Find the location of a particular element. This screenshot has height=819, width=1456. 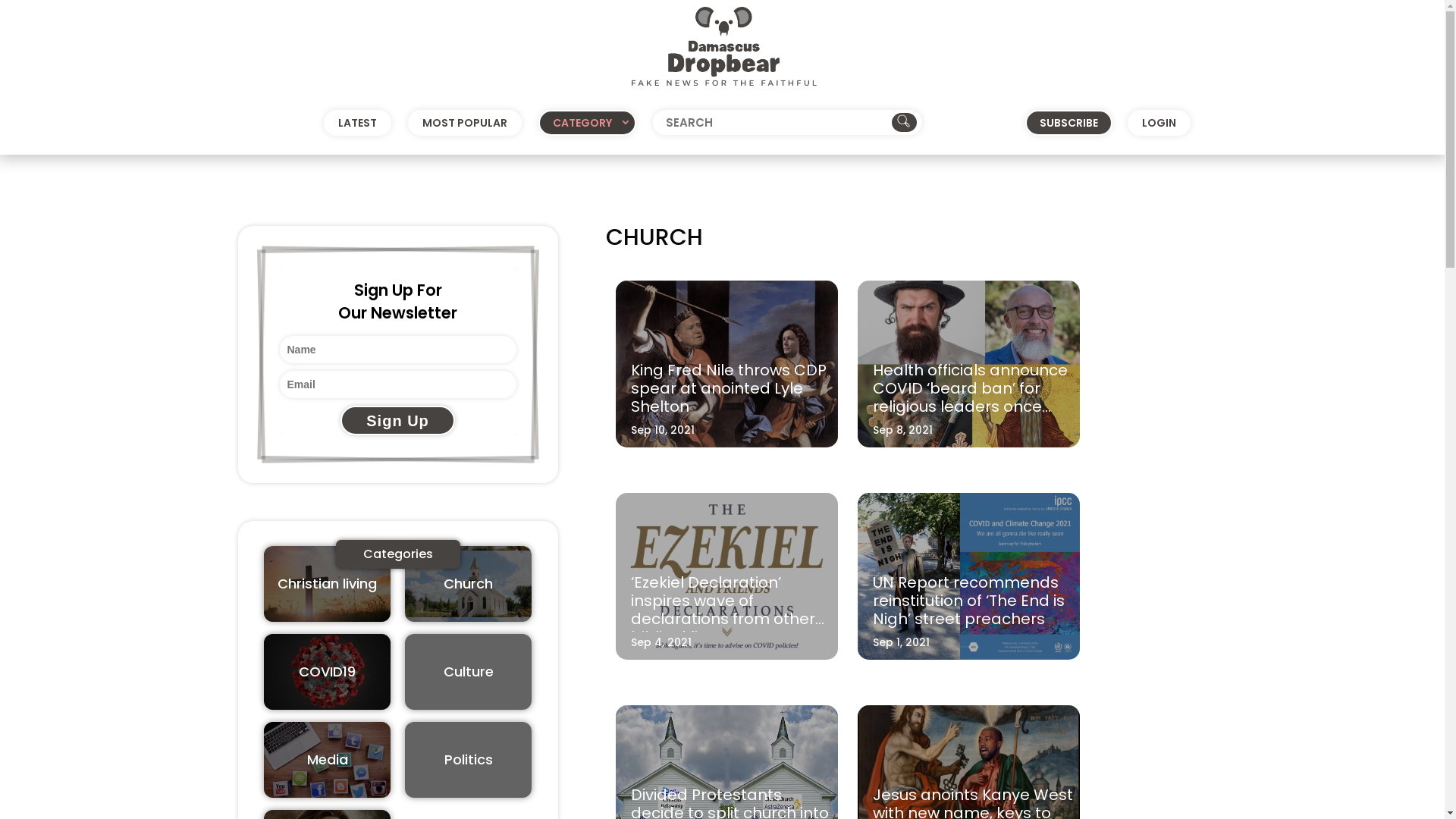

'Culture' is located at coordinates (467, 671).